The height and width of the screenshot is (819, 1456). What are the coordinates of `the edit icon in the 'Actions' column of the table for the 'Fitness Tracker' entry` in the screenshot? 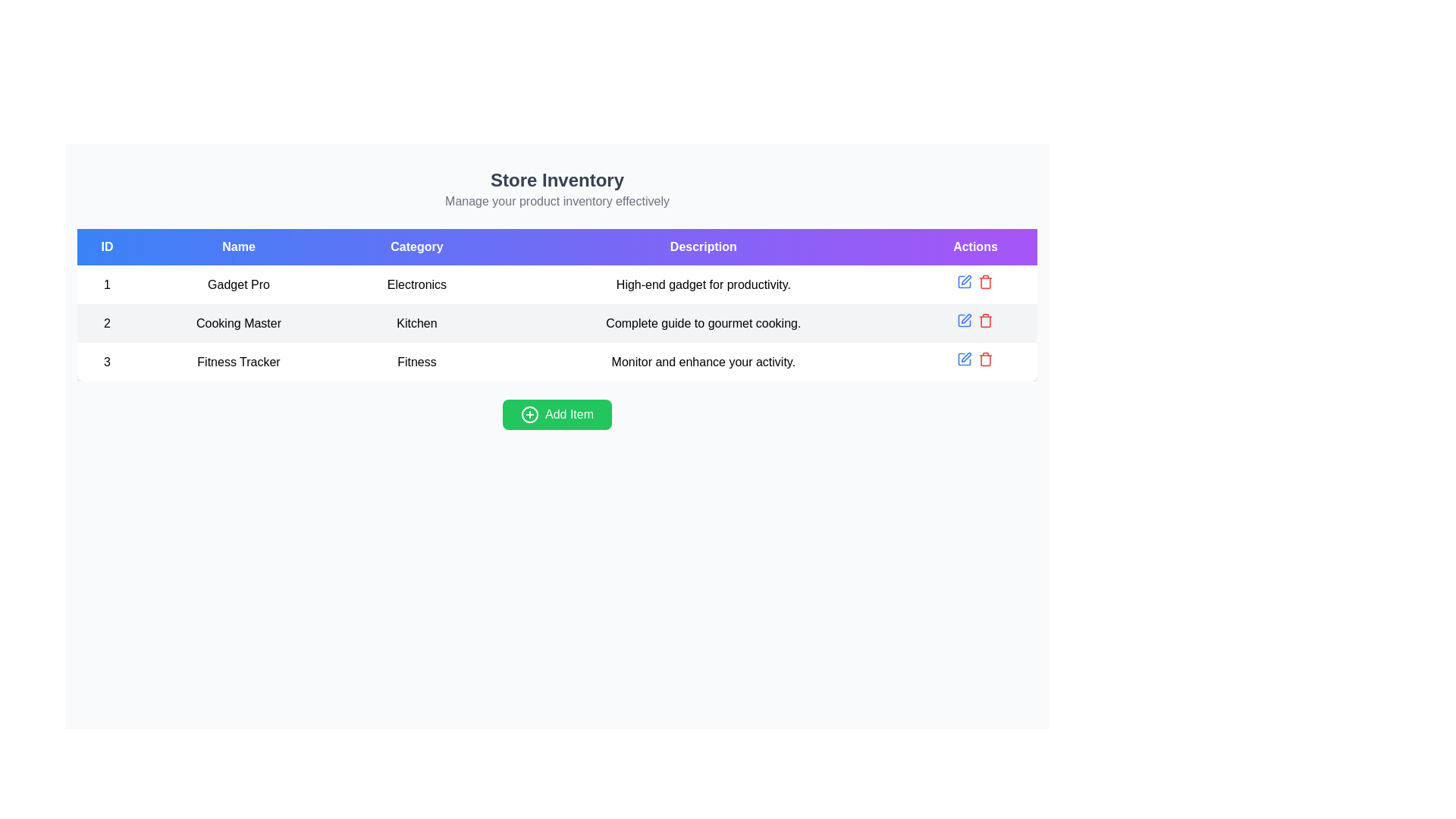 It's located at (964, 359).